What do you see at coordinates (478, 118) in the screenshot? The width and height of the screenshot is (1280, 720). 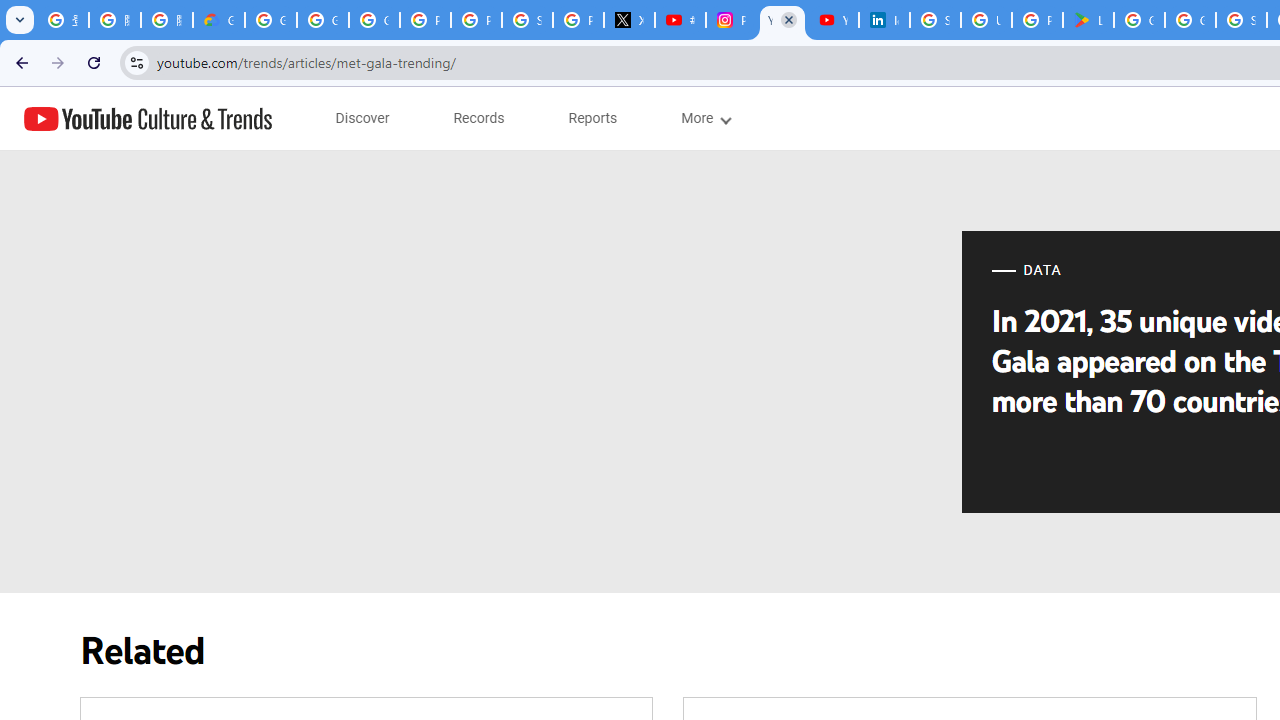 I see `'subnav-Records menupopup'` at bounding box center [478, 118].